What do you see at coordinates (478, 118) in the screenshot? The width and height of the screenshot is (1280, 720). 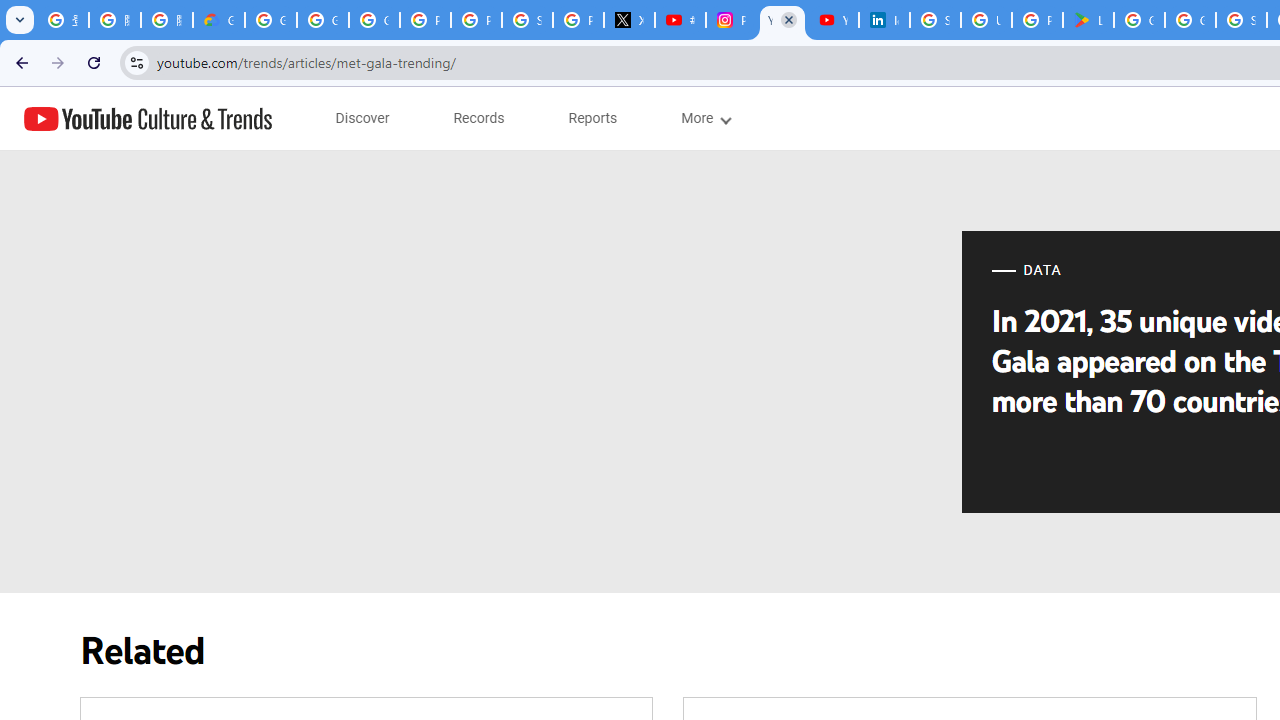 I see `'subnav-Records menupopup'` at bounding box center [478, 118].